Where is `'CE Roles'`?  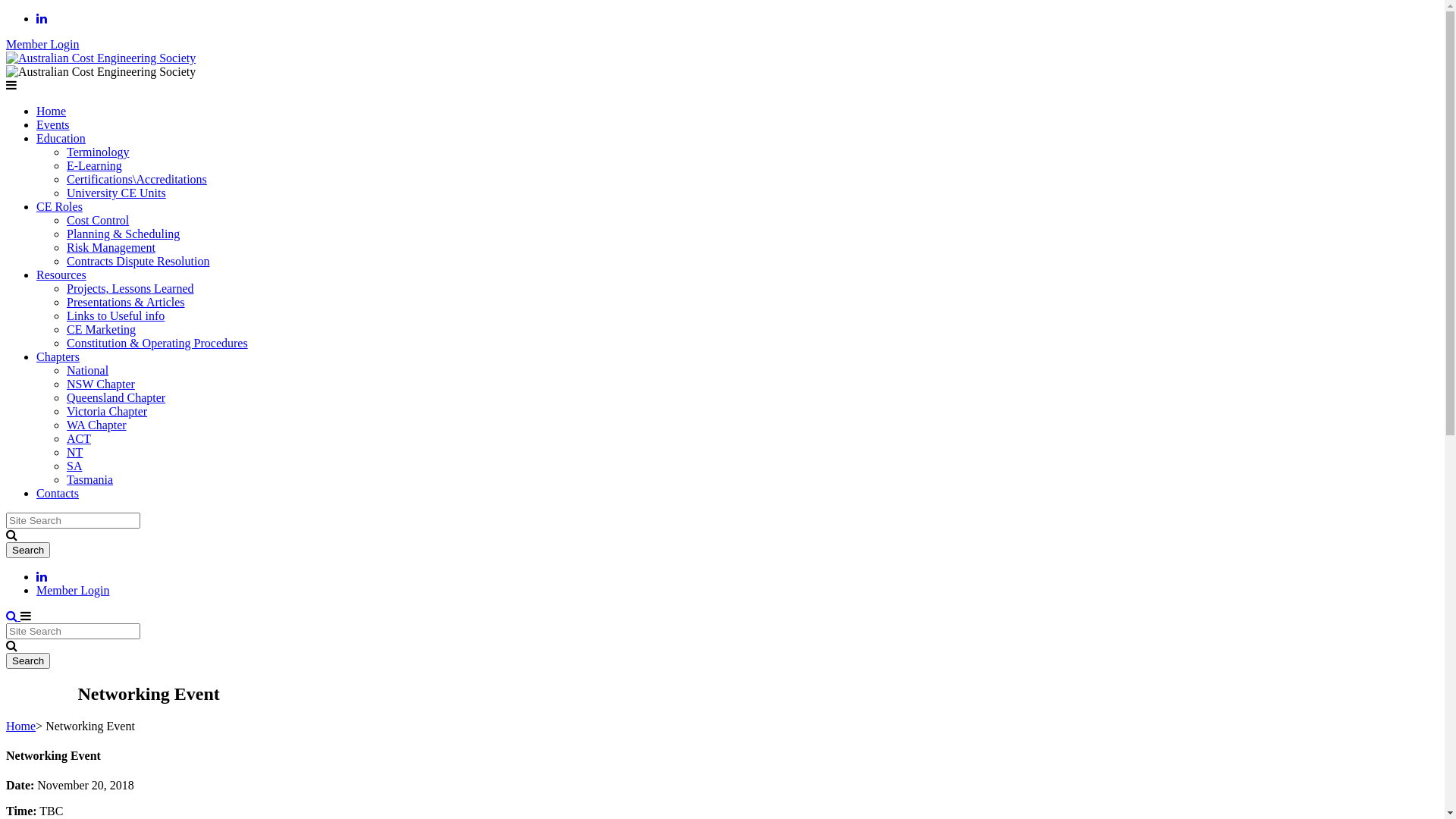
'CE Roles' is located at coordinates (59, 206).